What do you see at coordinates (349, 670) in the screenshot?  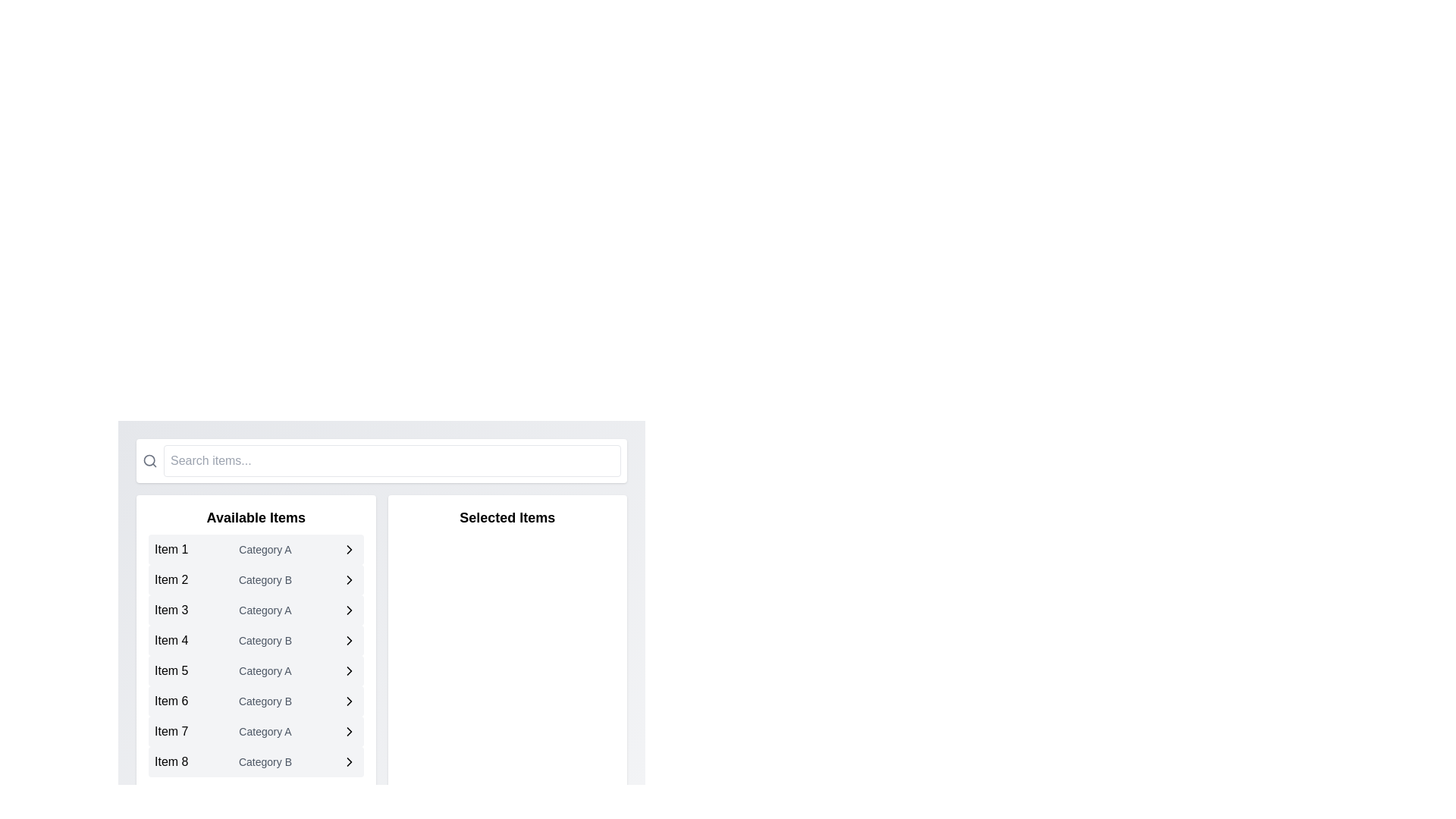 I see `the right arrow icon located beside 'Item 5' in the 'Available Items' list, which is styled with a thin stroke and no fill, typical of navigation indicators` at bounding box center [349, 670].